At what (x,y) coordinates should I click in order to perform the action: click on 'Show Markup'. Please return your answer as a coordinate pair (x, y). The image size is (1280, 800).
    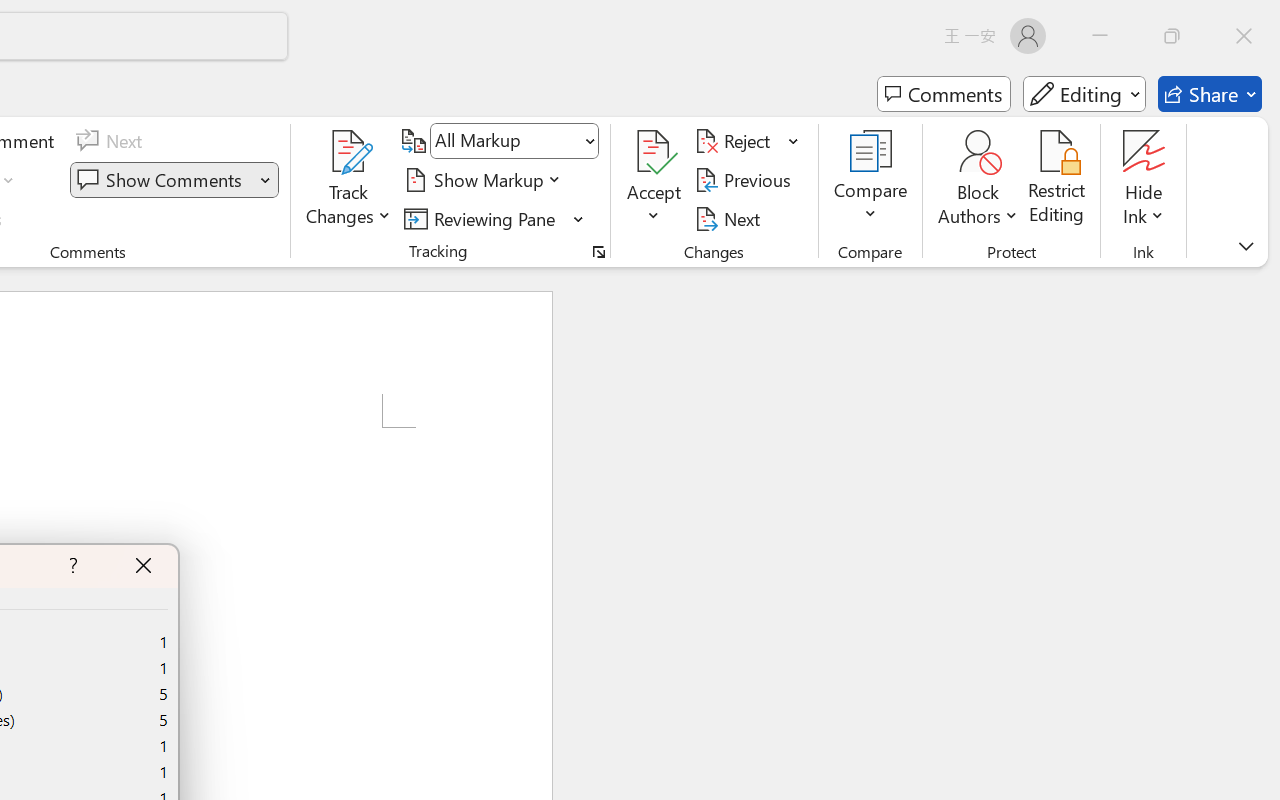
    Looking at the image, I should click on (485, 179).